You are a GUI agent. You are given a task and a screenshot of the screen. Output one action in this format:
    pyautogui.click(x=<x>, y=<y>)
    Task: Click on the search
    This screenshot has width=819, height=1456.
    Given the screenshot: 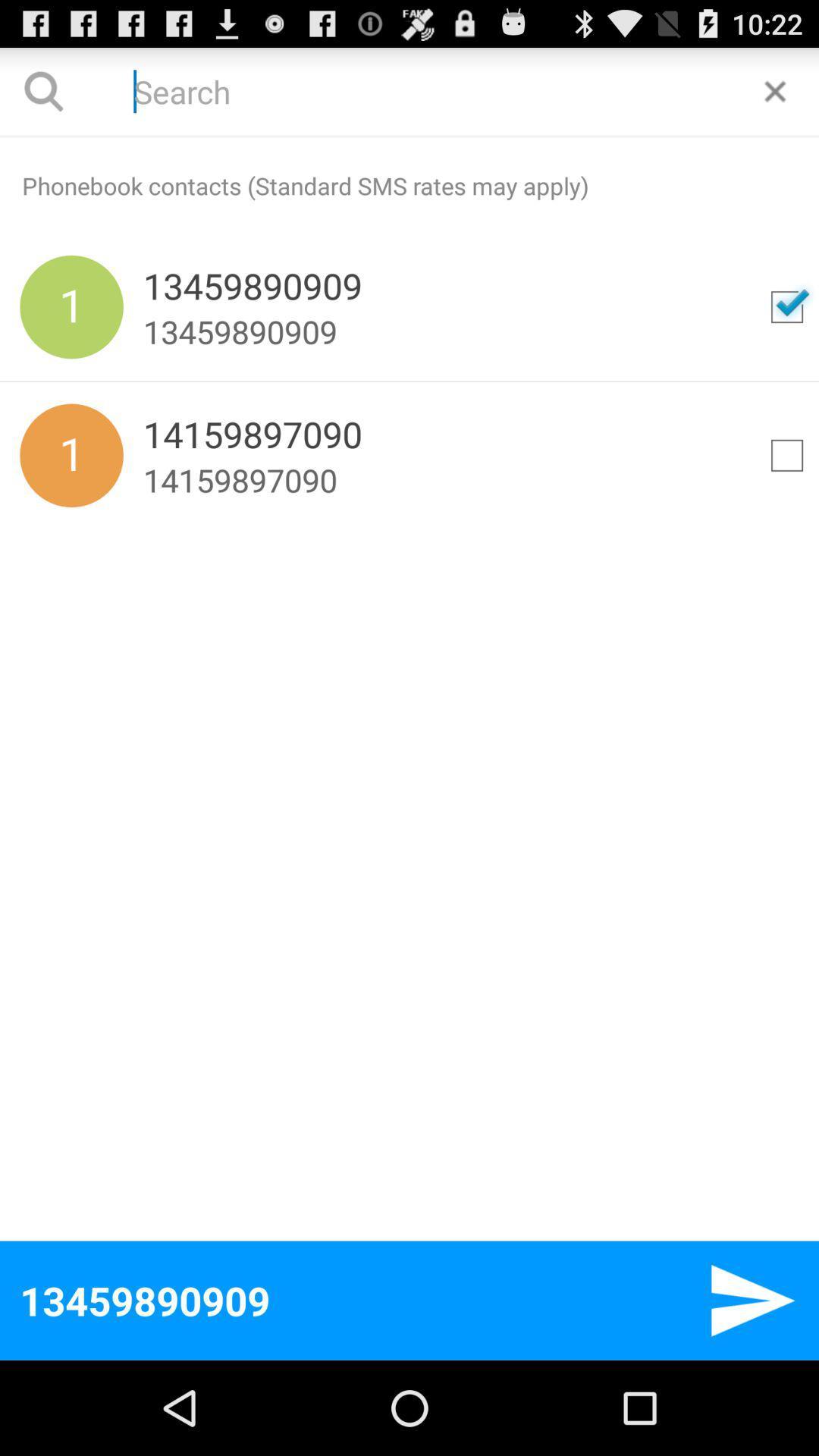 What is the action you would take?
    pyautogui.click(x=409, y=90)
    